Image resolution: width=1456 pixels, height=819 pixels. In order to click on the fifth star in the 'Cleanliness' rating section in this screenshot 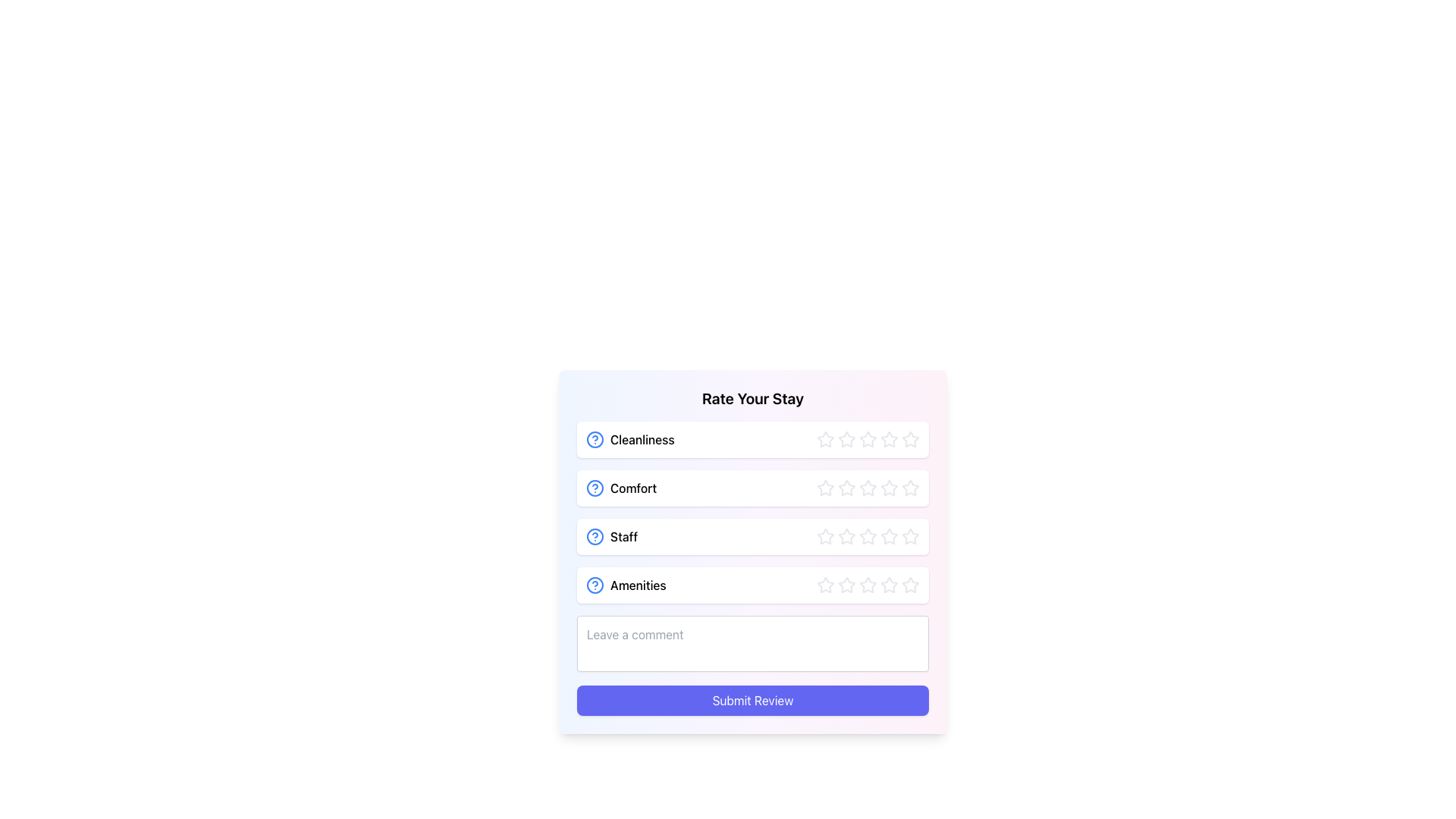, I will do `click(889, 439)`.